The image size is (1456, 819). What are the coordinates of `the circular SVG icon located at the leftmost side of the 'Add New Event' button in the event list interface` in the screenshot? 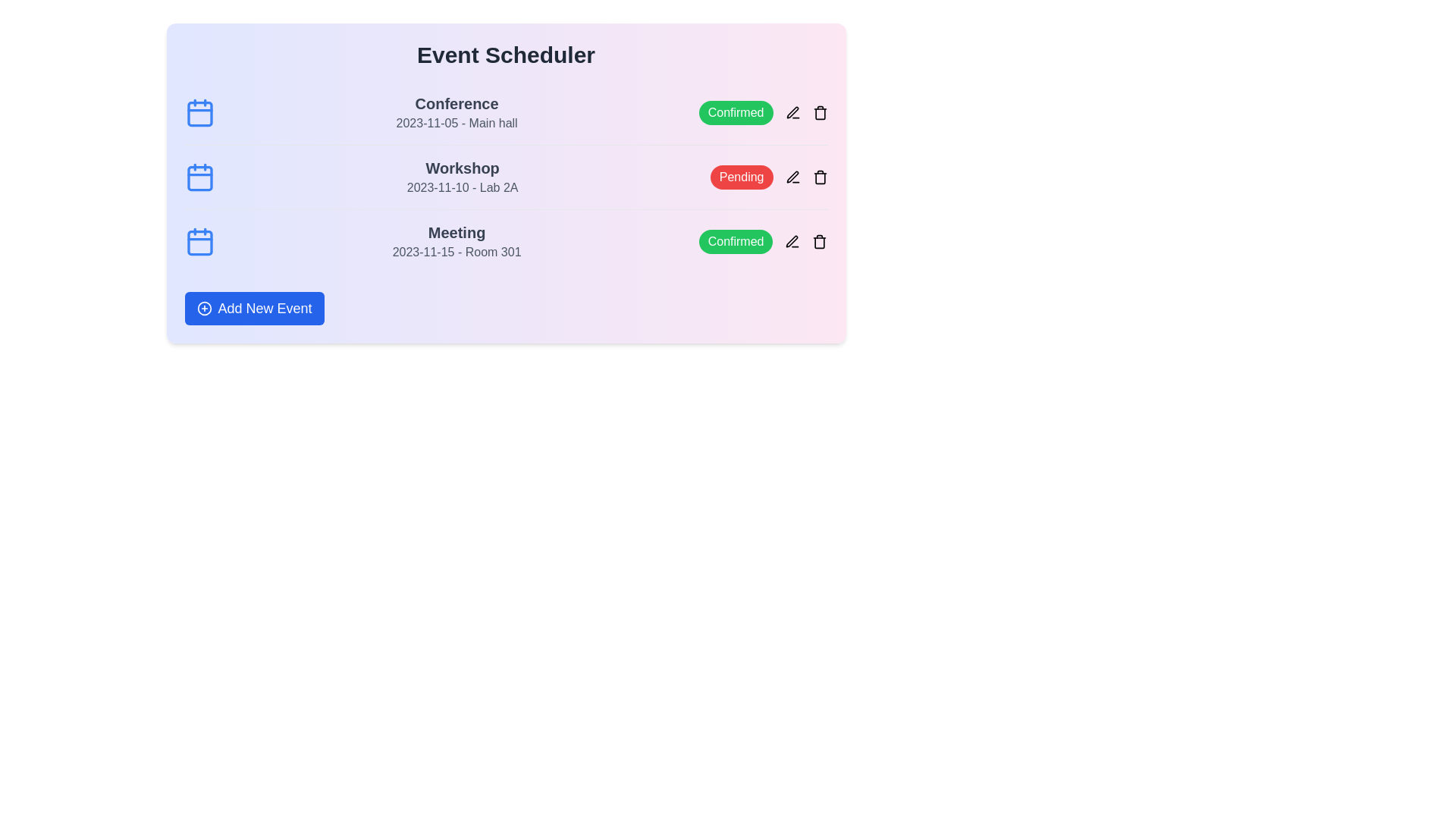 It's located at (203, 308).